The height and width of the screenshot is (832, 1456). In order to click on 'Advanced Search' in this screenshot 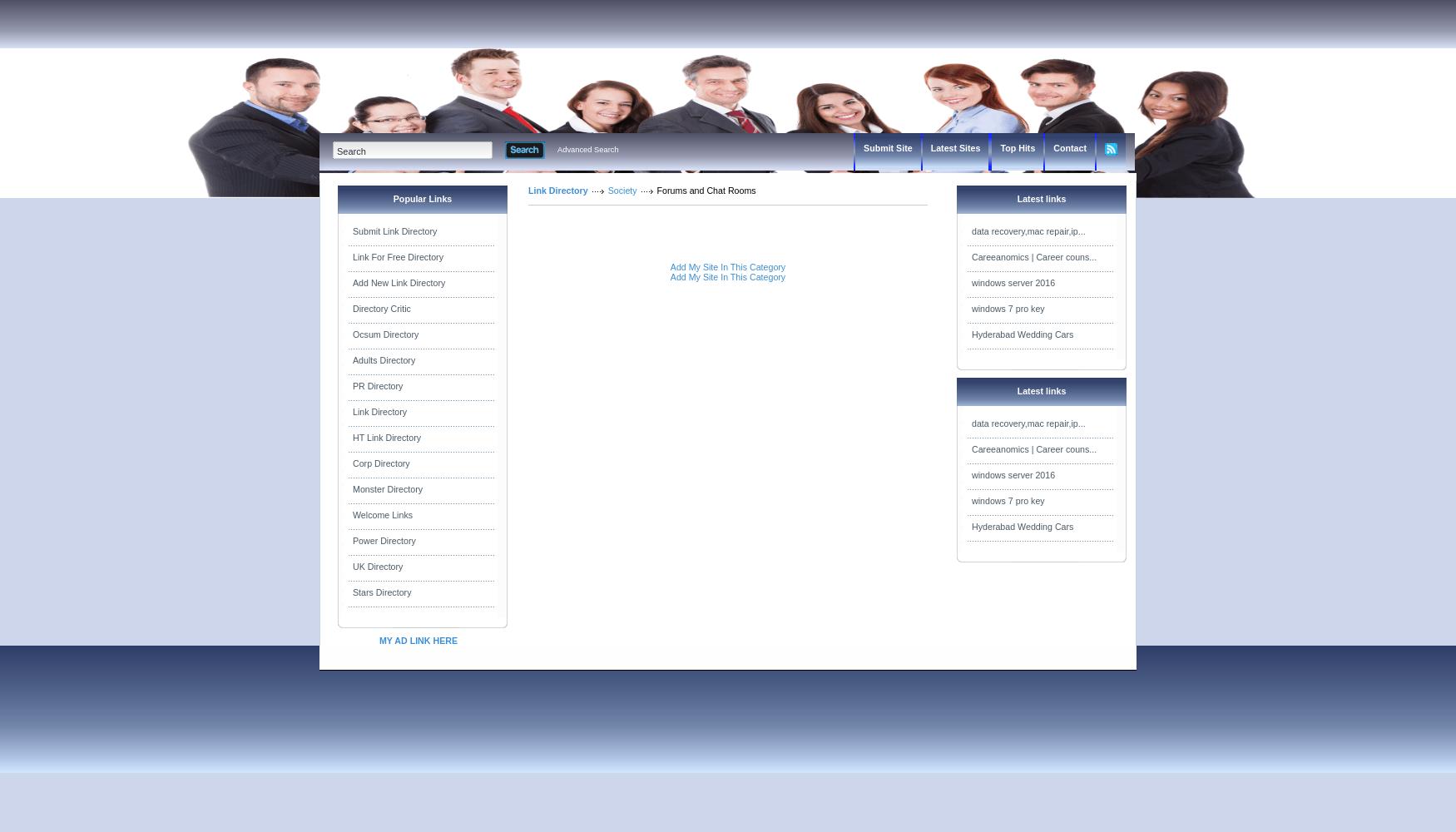, I will do `click(587, 150)`.